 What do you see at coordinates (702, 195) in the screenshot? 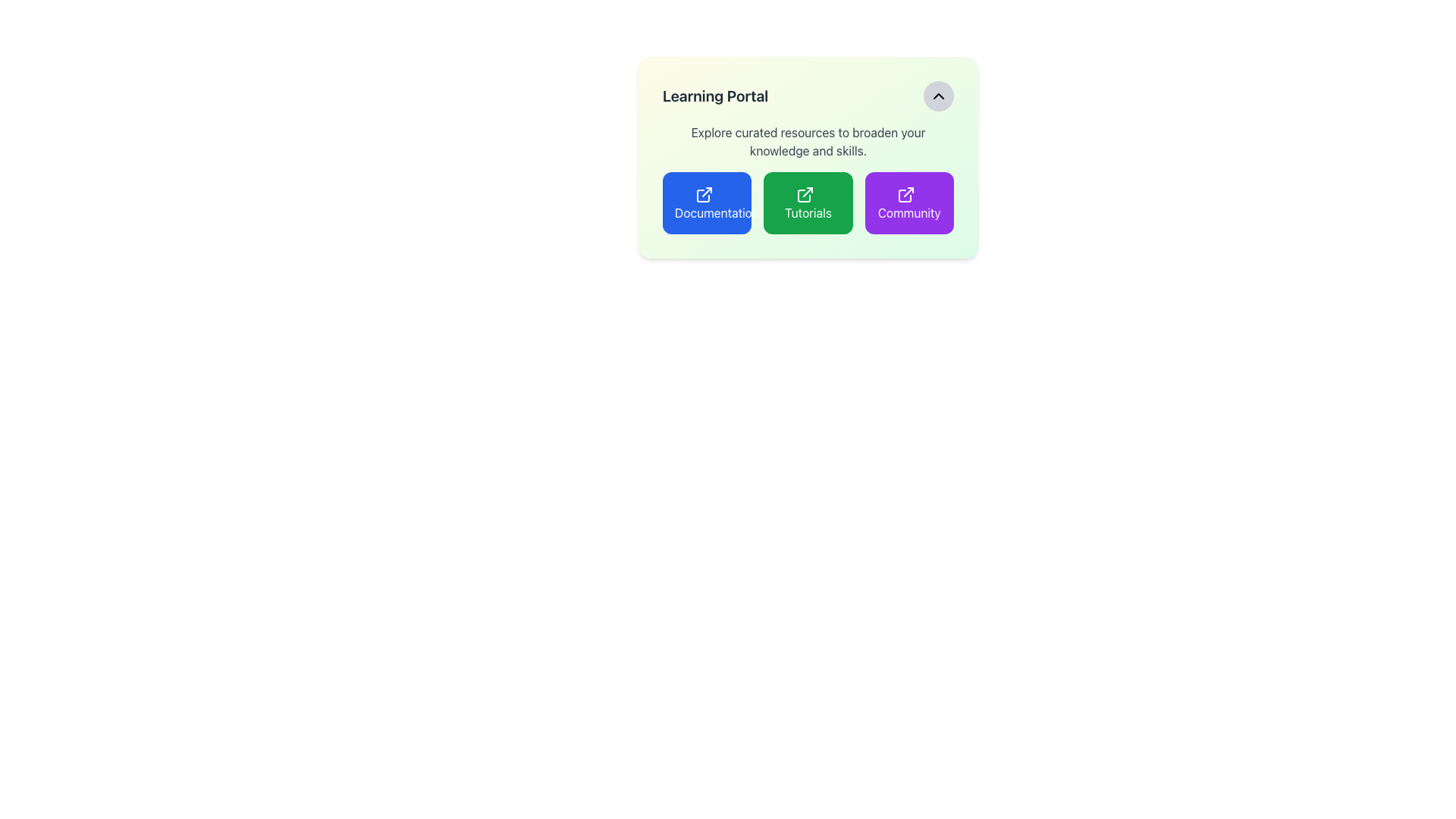
I see `the 'Documentation' button, which is the first button in a horizontal row under the 'Learning Portal' section` at bounding box center [702, 195].